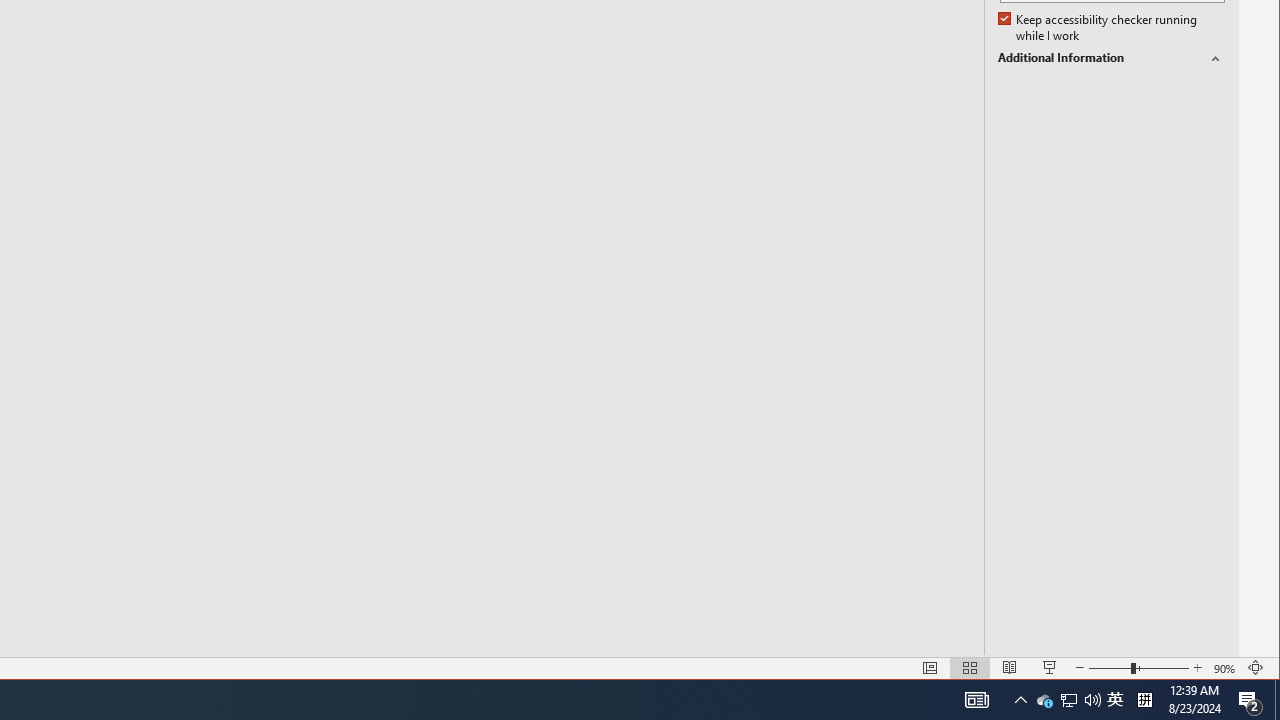 The height and width of the screenshot is (720, 1280). What do you see at coordinates (1198, 668) in the screenshot?
I see `'Zoom In'` at bounding box center [1198, 668].